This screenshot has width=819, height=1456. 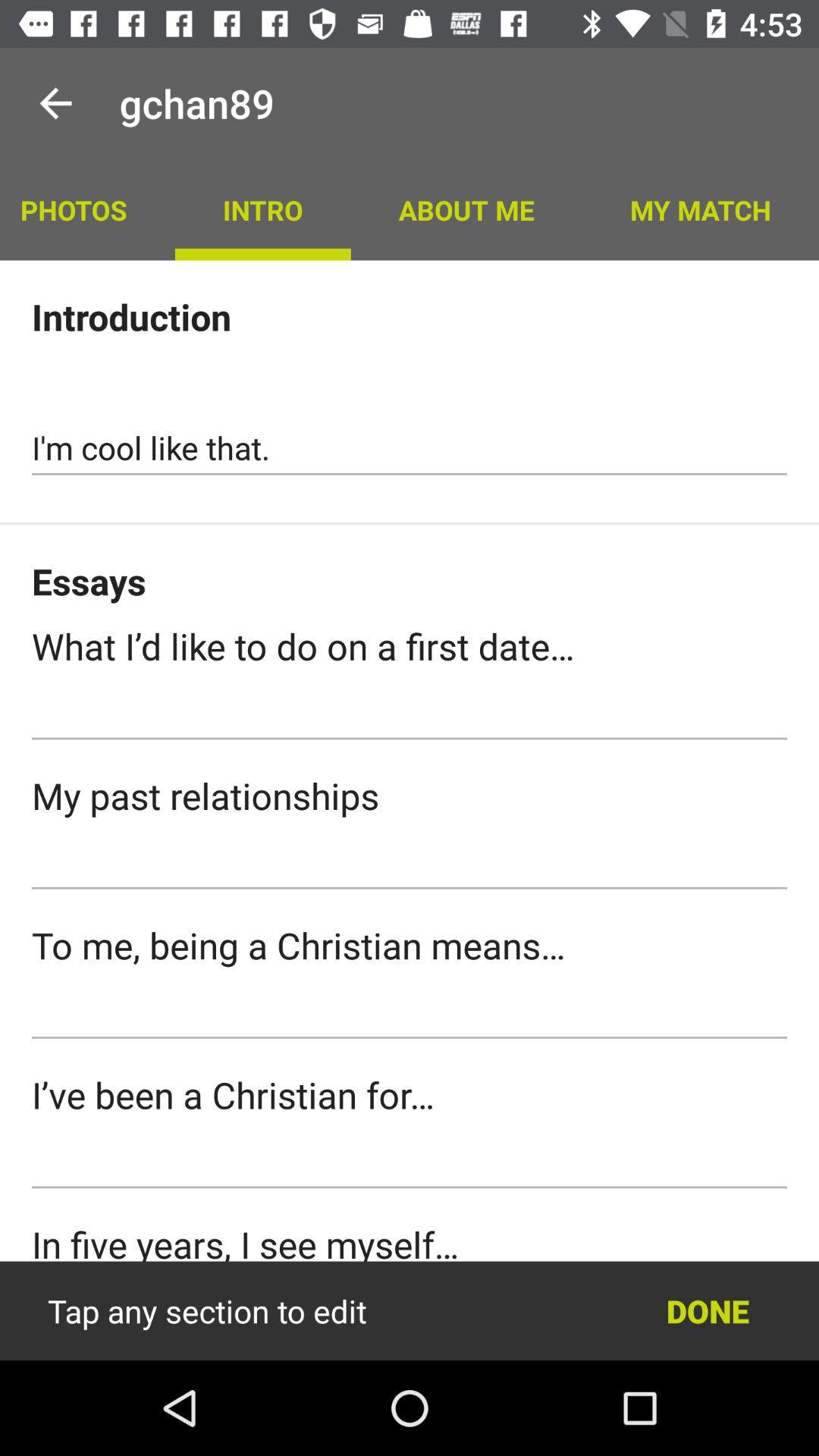 I want to click on type answer, so click(x=409, y=712).